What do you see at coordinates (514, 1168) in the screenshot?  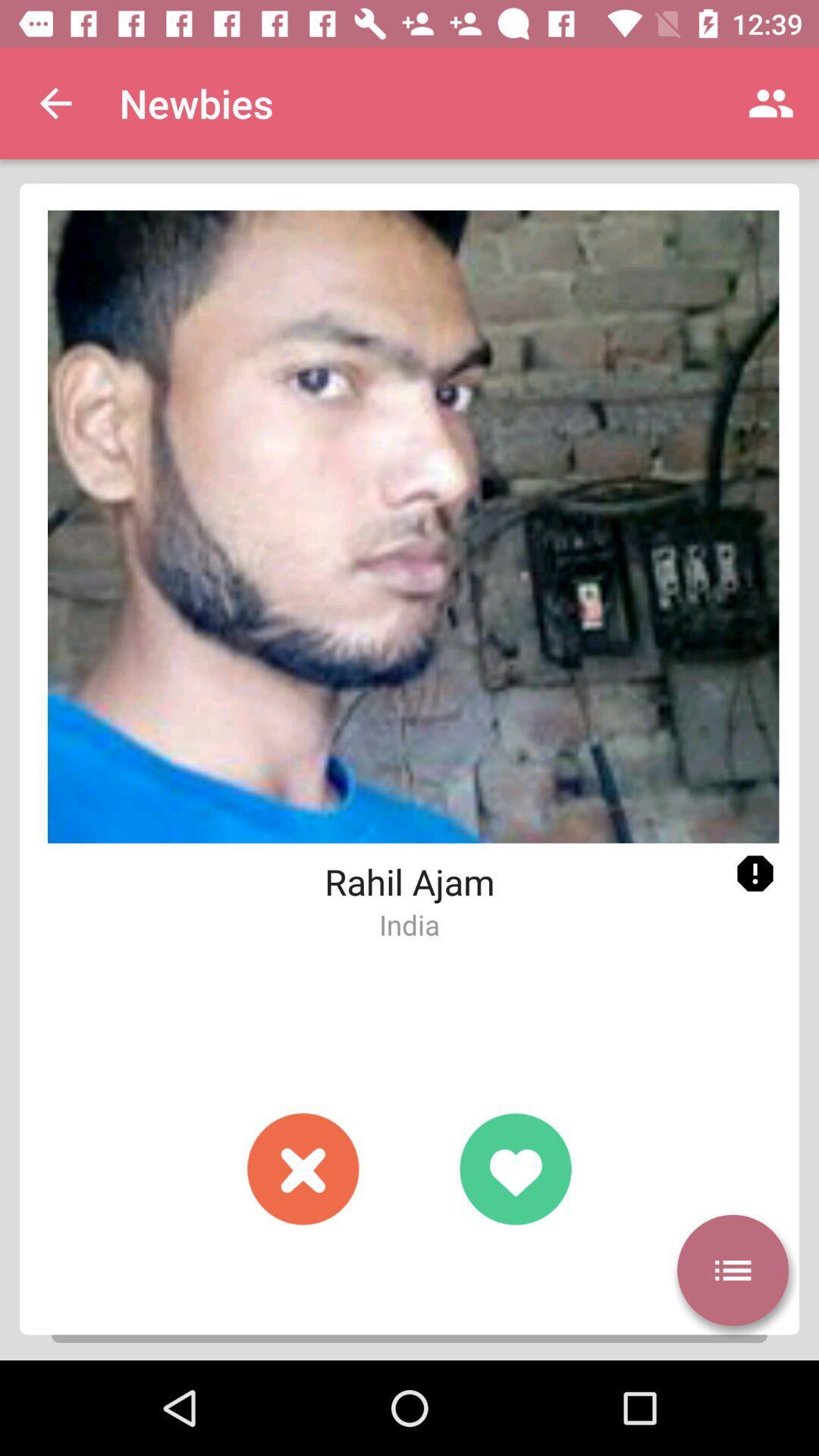 I see `swipe right i like them` at bounding box center [514, 1168].